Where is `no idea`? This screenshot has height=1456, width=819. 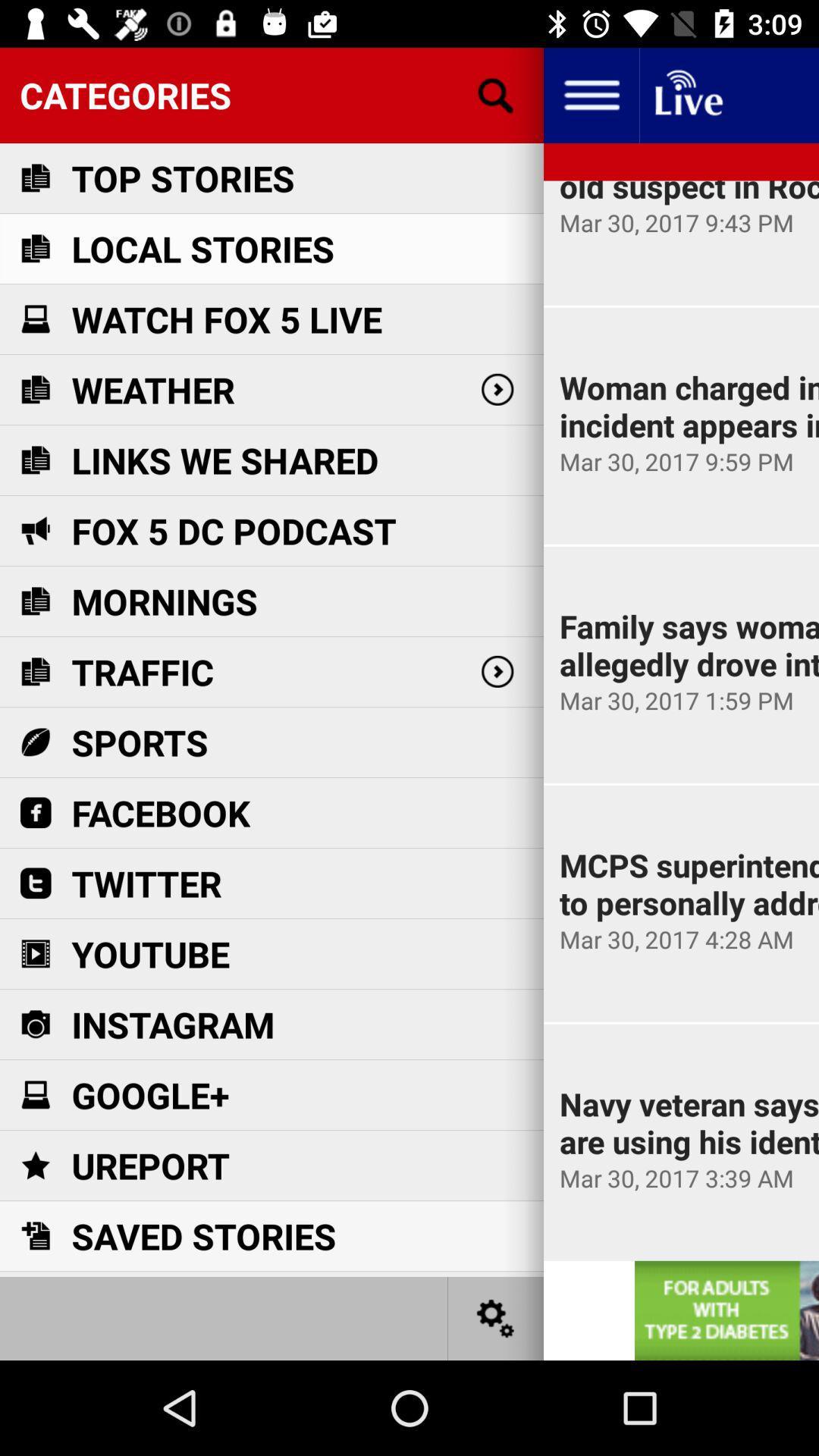
no idea is located at coordinates (687, 94).